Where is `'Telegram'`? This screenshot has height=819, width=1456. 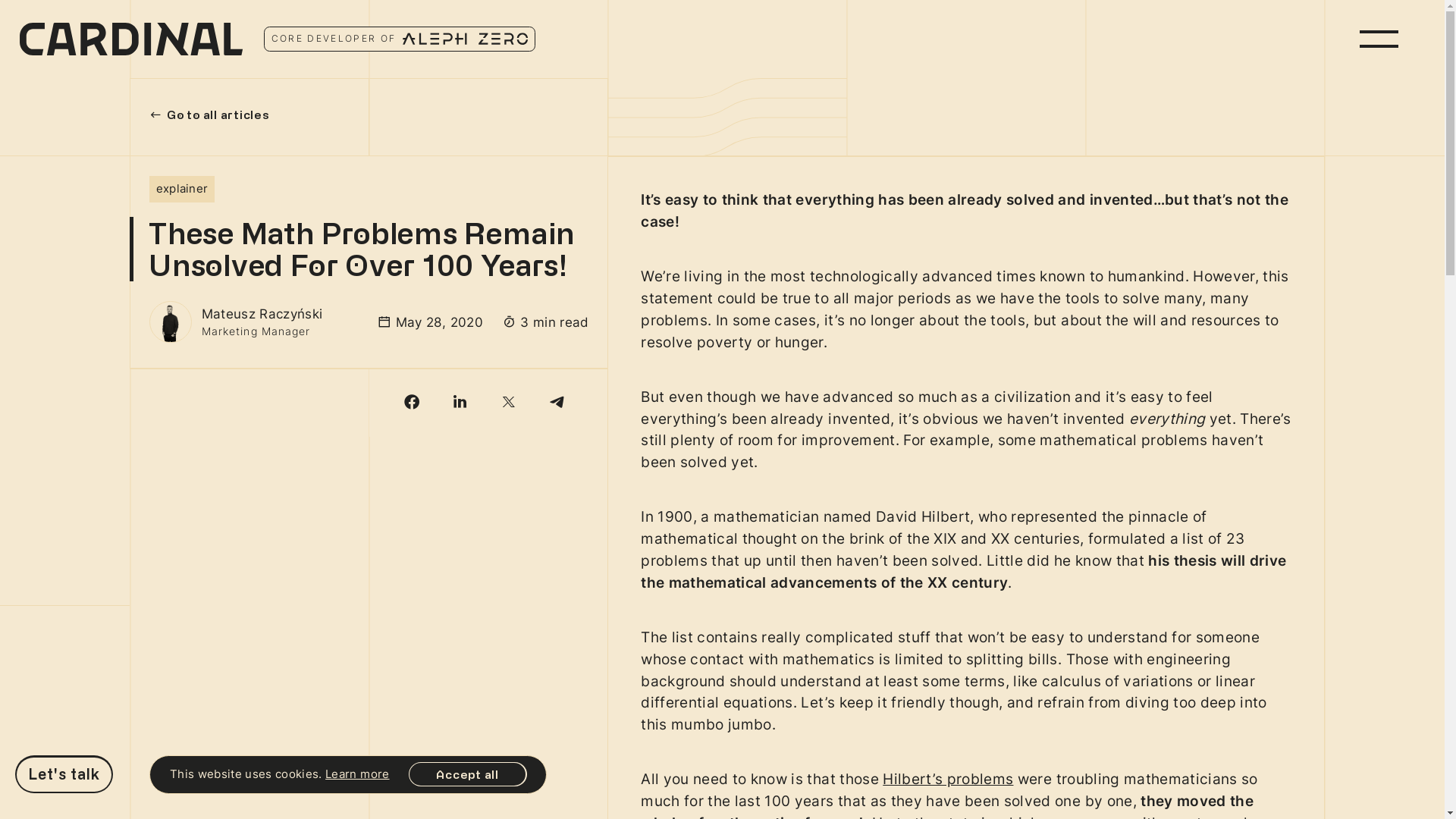
'Telegram' is located at coordinates (557, 402).